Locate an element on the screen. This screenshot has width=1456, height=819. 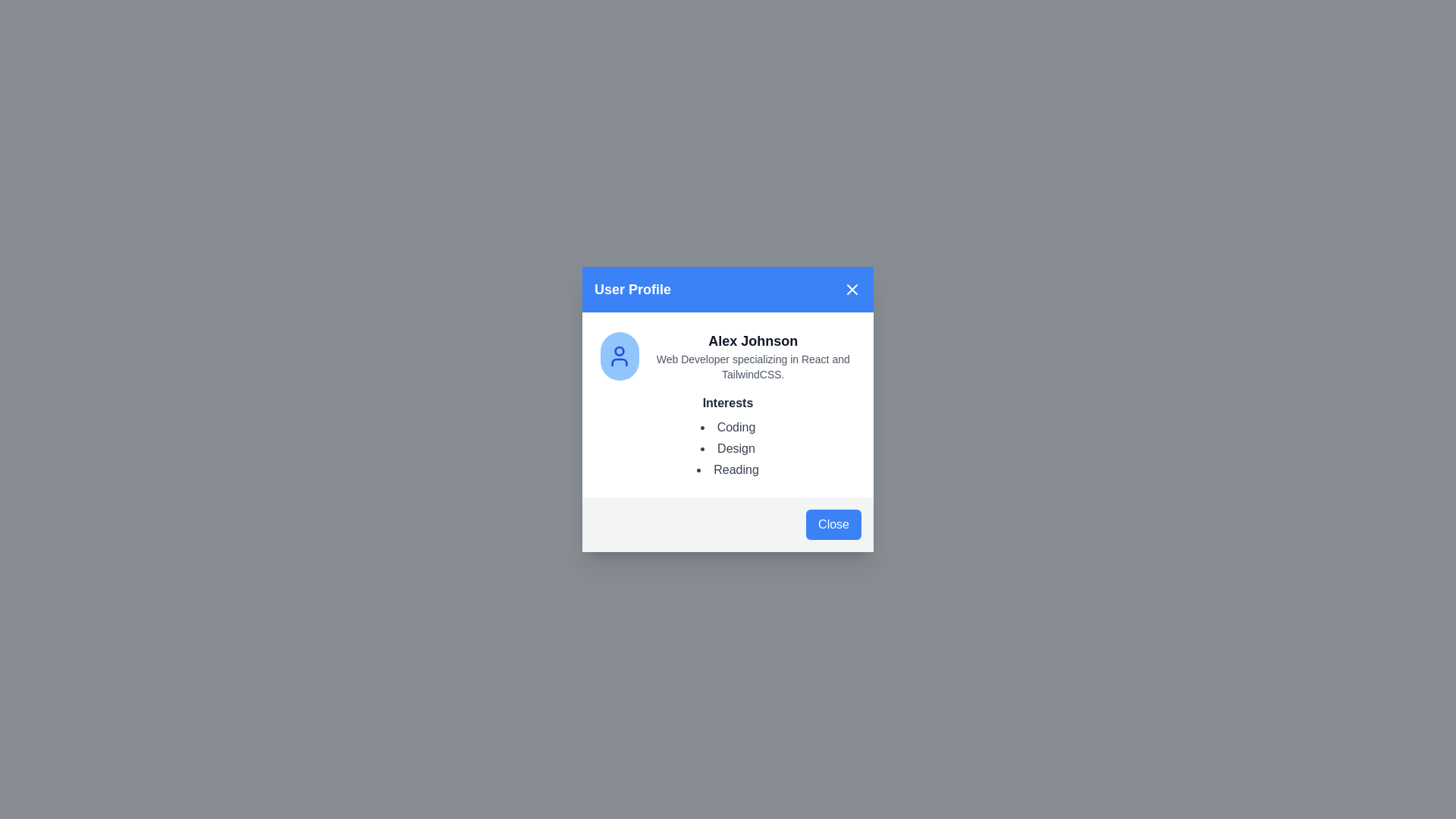
the text label displaying 'Interests', which is styled in bold, dark gray color and positioned centrally in the user profile section, directly below the user's name and description is located at coordinates (728, 403).